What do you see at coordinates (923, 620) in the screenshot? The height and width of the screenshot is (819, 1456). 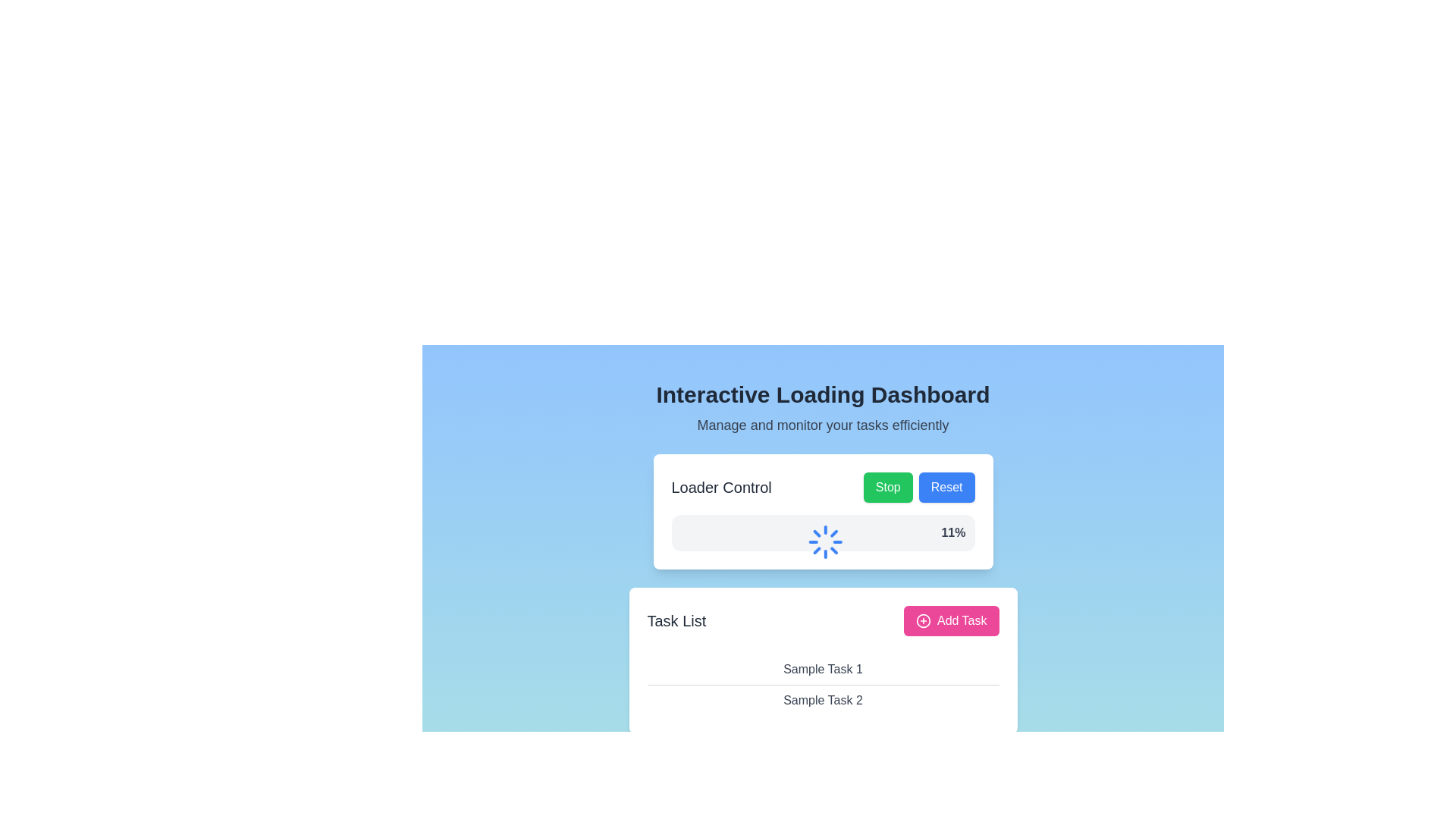 I see `the circular icon containing a '+' symbol, which is positioned to the left of the 'Add Task' button and centered horizontally with its text label` at bounding box center [923, 620].